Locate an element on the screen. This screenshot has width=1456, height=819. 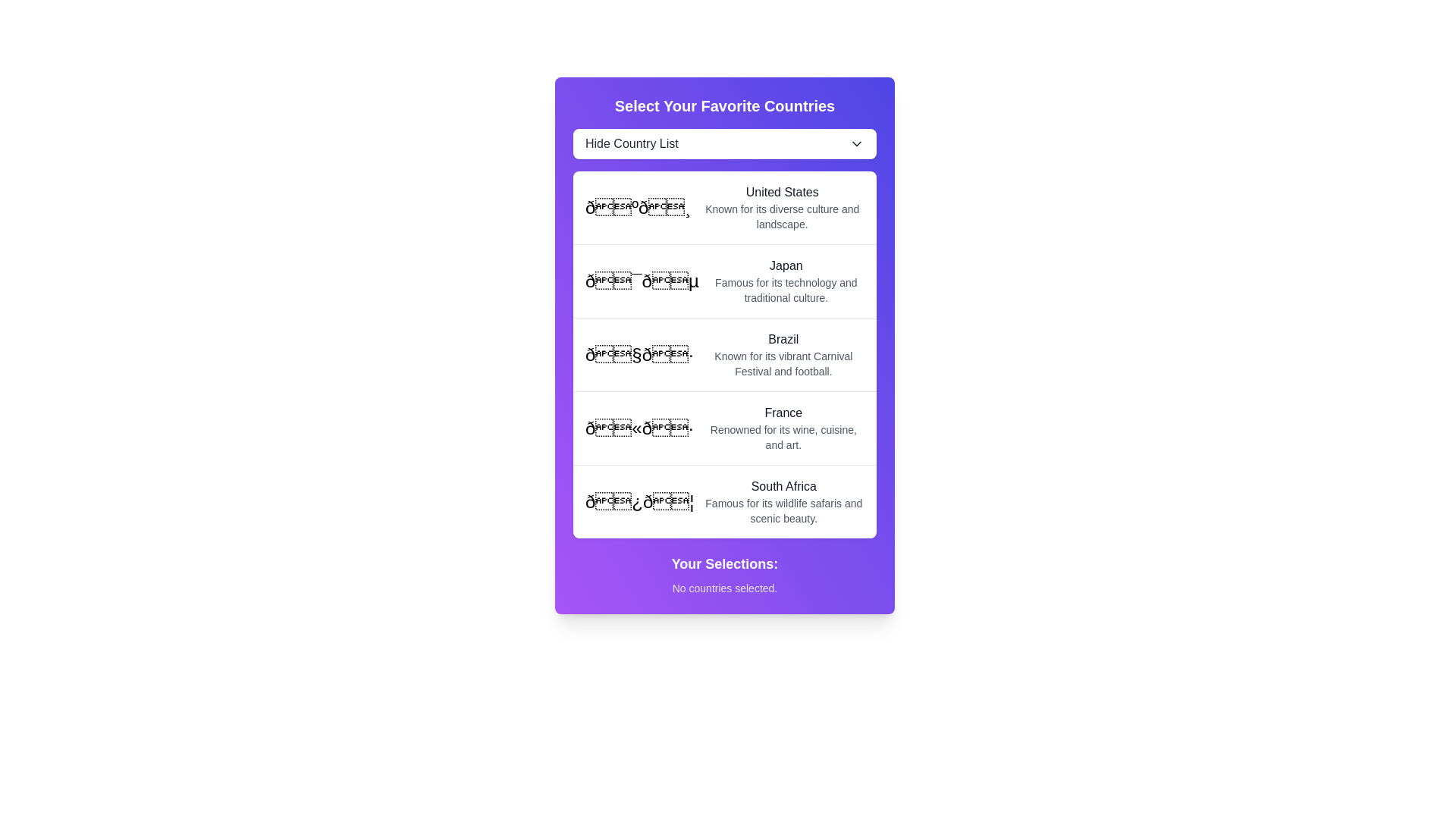
the Text Block that provides information about France, located in the fourth position of a vertically stacked list of country descriptions, to the right of a flag icon is located at coordinates (783, 428).